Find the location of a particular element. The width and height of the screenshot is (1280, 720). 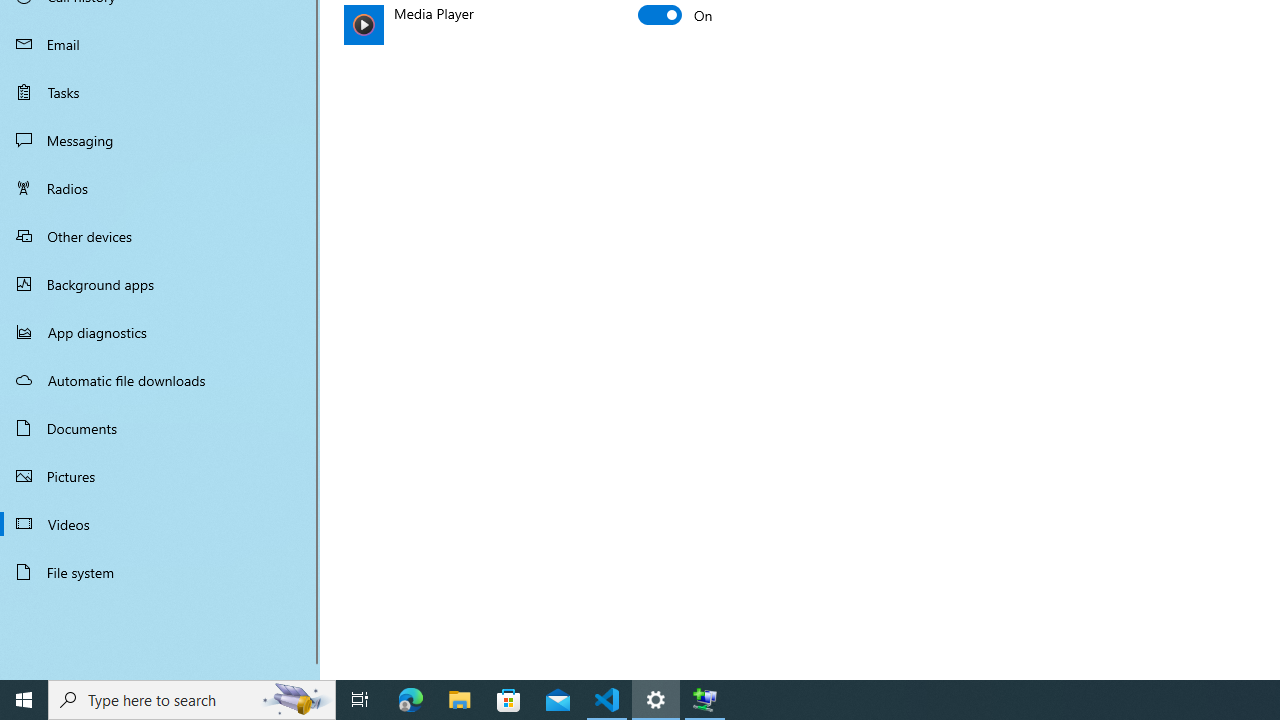

'Email' is located at coordinates (160, 43).